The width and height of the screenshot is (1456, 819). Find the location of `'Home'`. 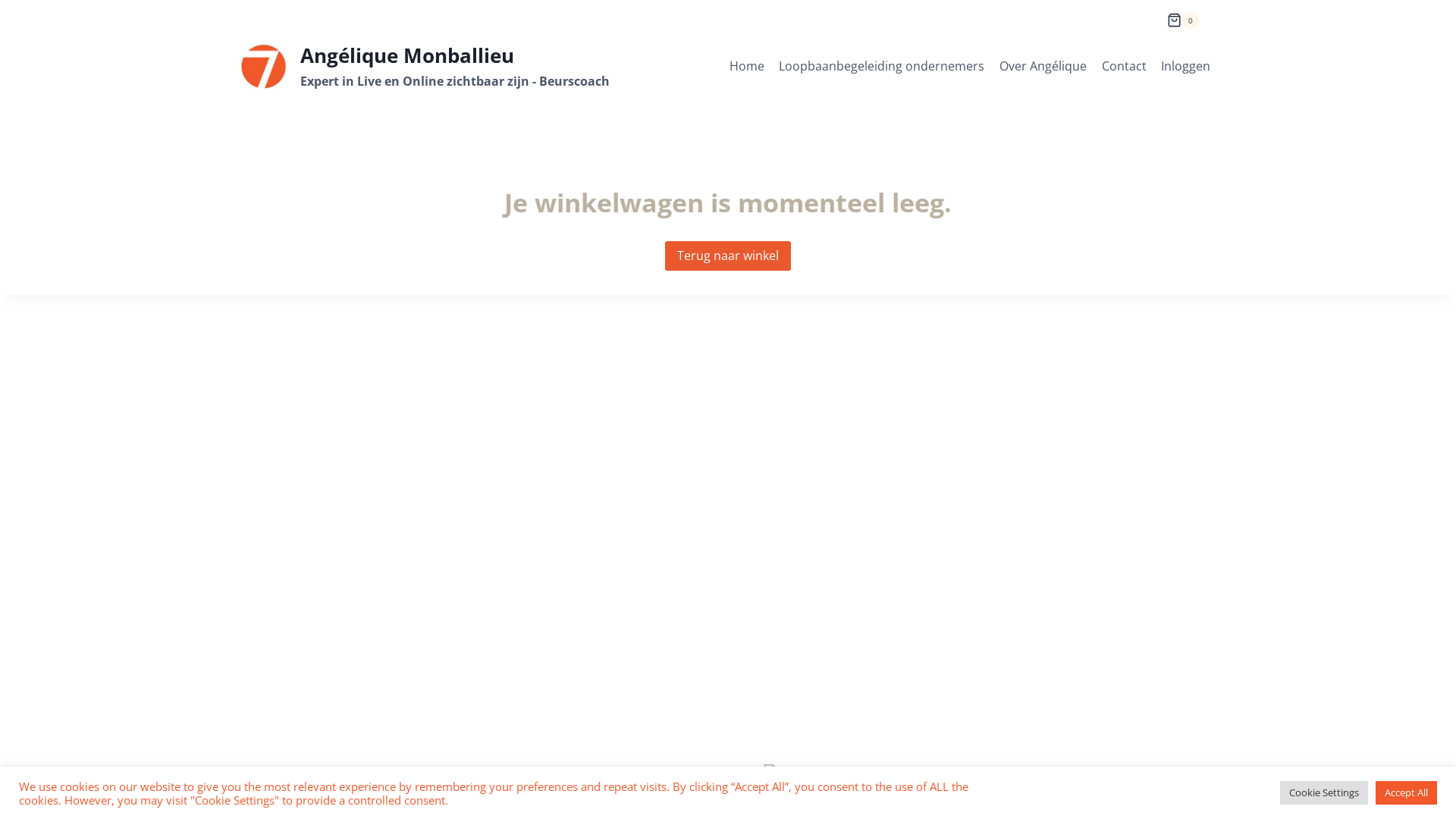

'Home' is located at coordinates (747, 65).